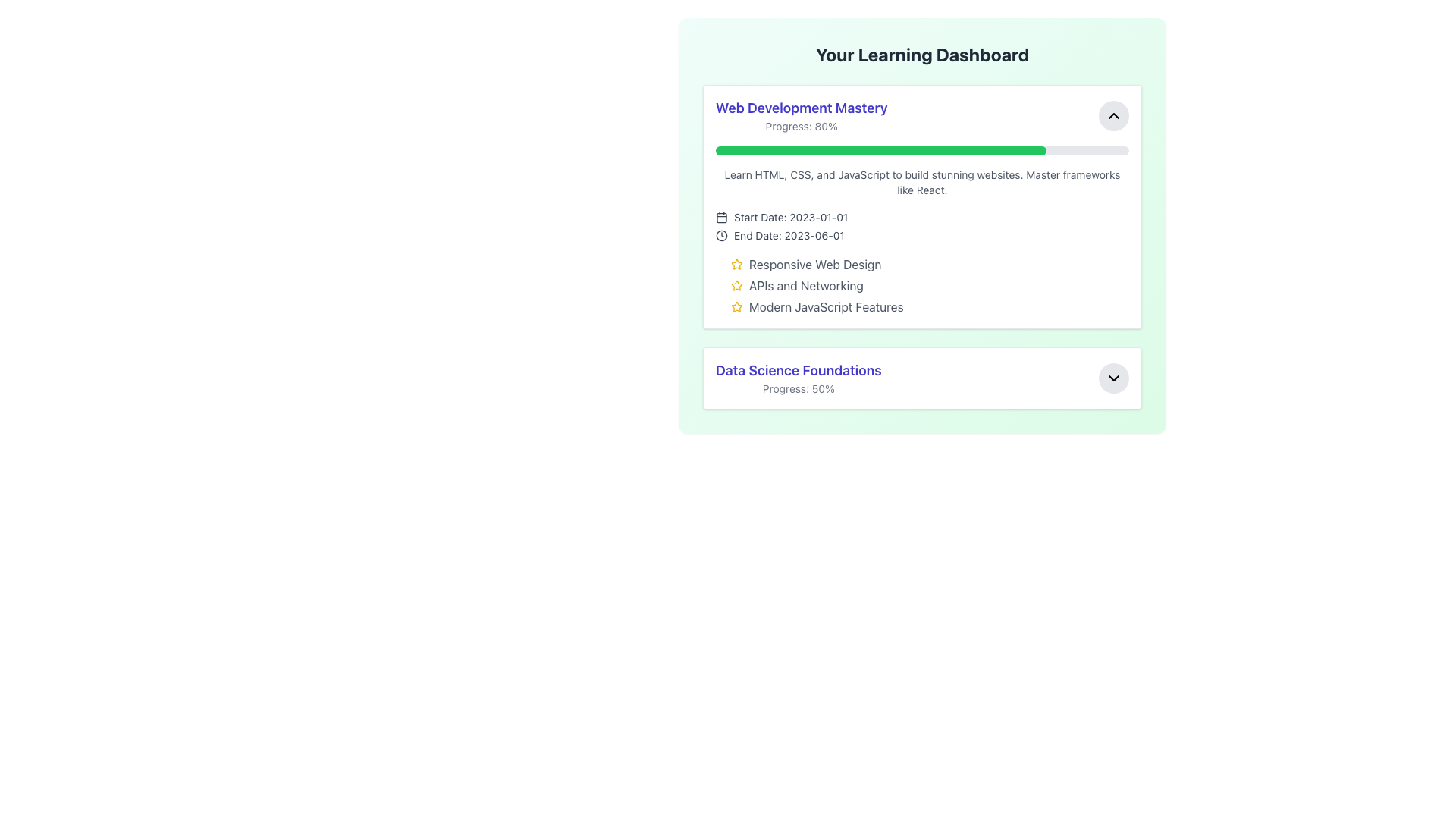 This screenshot has width=1456, height=819. Describe the element at coordinates (1113, 115) in the screenshot. I see `the upward arrow icon button (Chevron Up) located in the top-right corner of the 'Web Development Mastery' card` at that location.